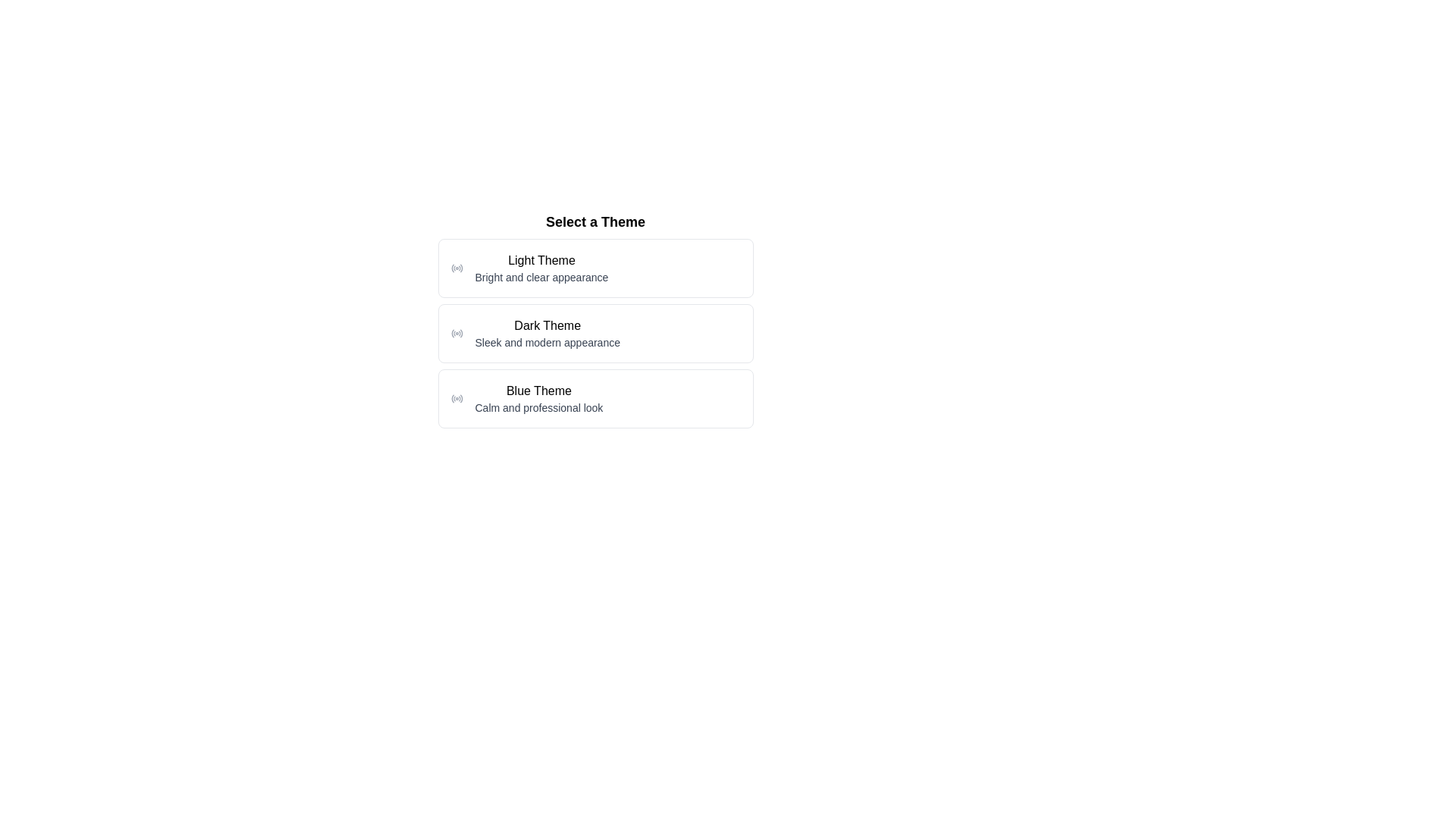 Image resolution: width=1456 pixels, height=819 pixels. Describe the element at coordinates (595, 332) in the screenshot. I see `the 'Dark Theme' selectable option, which is the second option in the list of theme choices` at that location.